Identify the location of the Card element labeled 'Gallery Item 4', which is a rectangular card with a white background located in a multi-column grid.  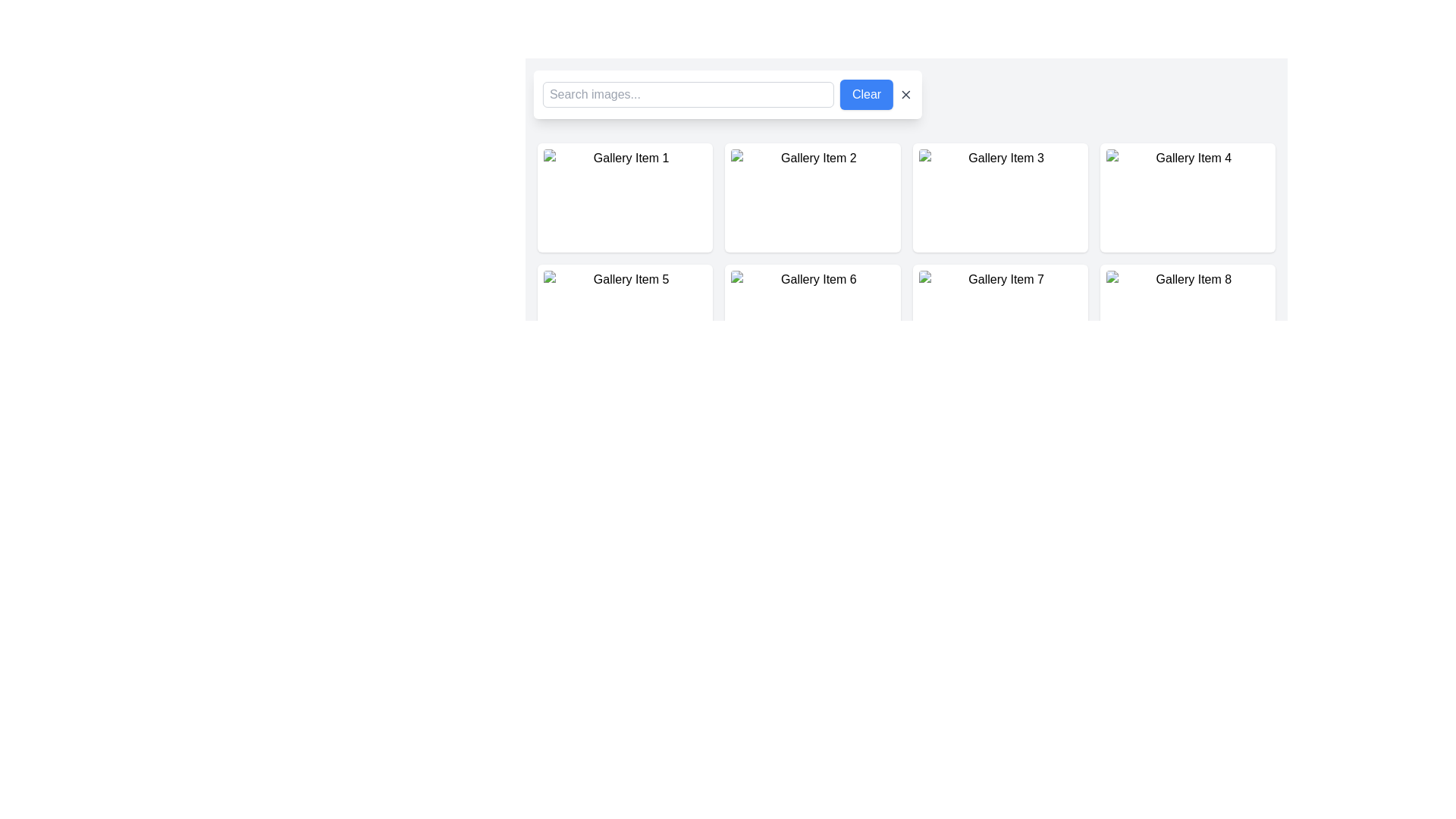
(1187, 197).